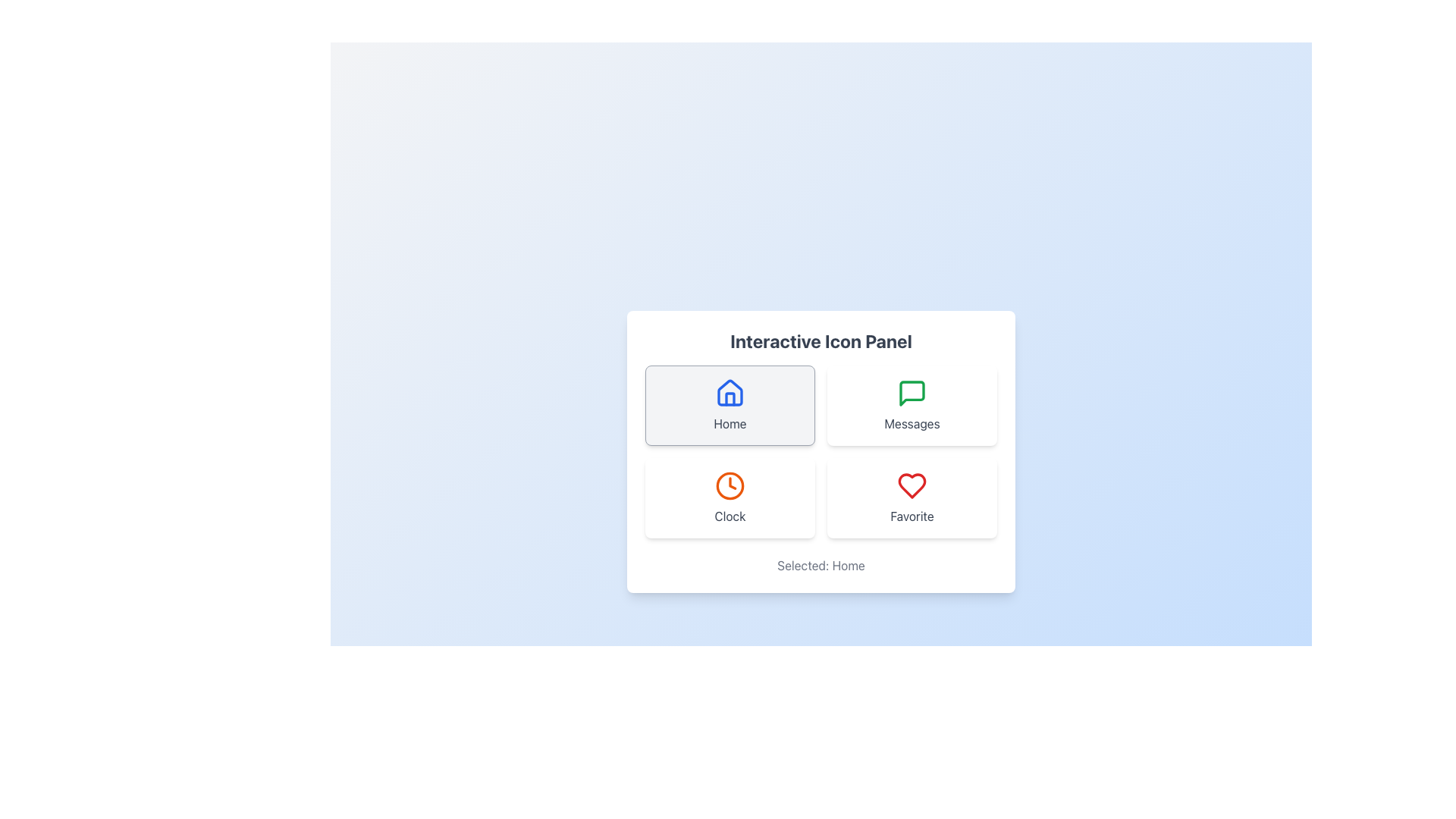  What do you see at coordinates (821, 565) in the screenshot?
I see `text from the feedback Text Label located at the bottom of the 'Interactive Icon Panel' card, which indicates the currently selected option from the grid above` at bounding box center [821, 565].